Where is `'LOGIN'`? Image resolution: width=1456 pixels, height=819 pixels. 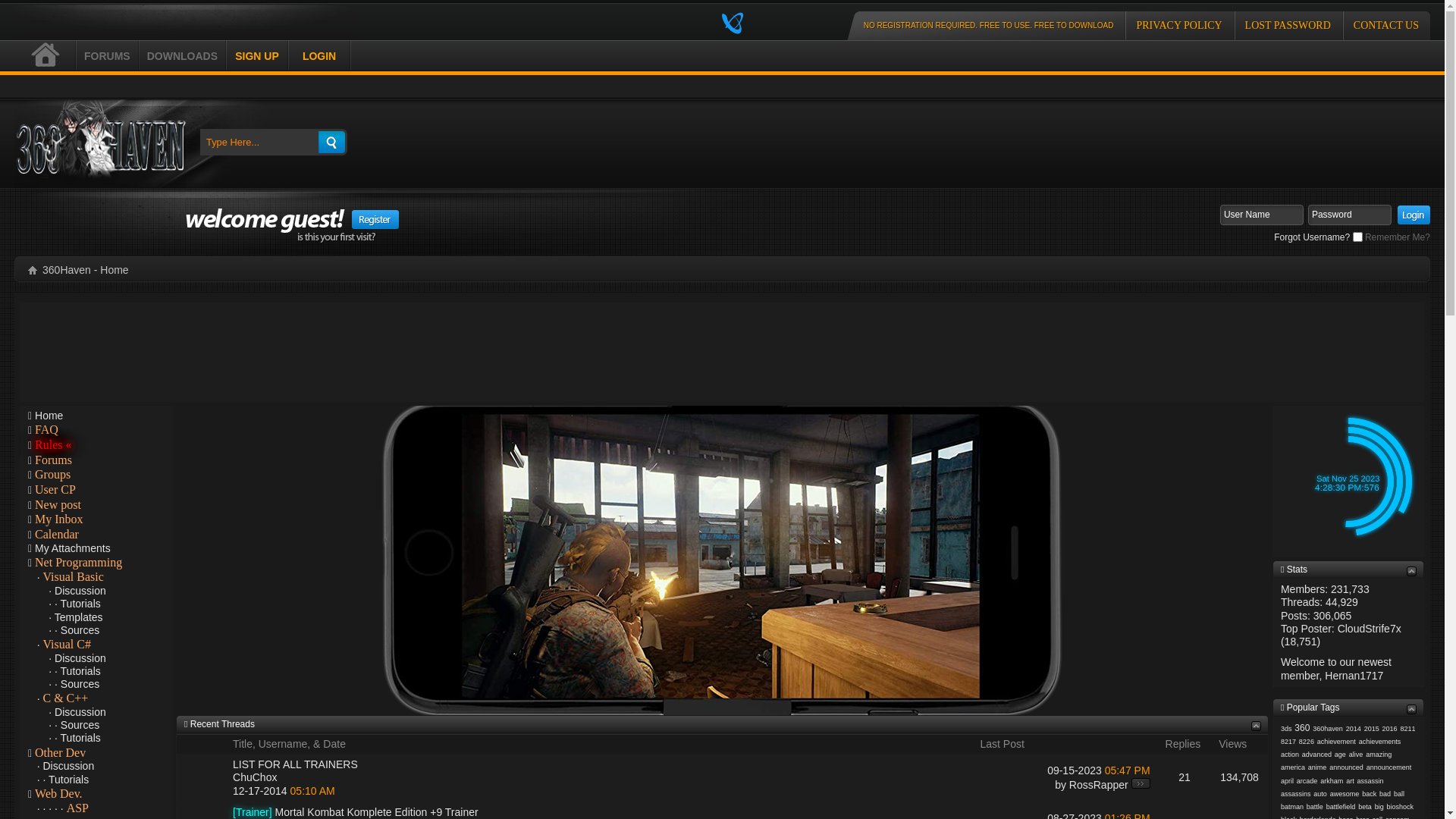
'LOGIN' is located at coordinates (288, 55).